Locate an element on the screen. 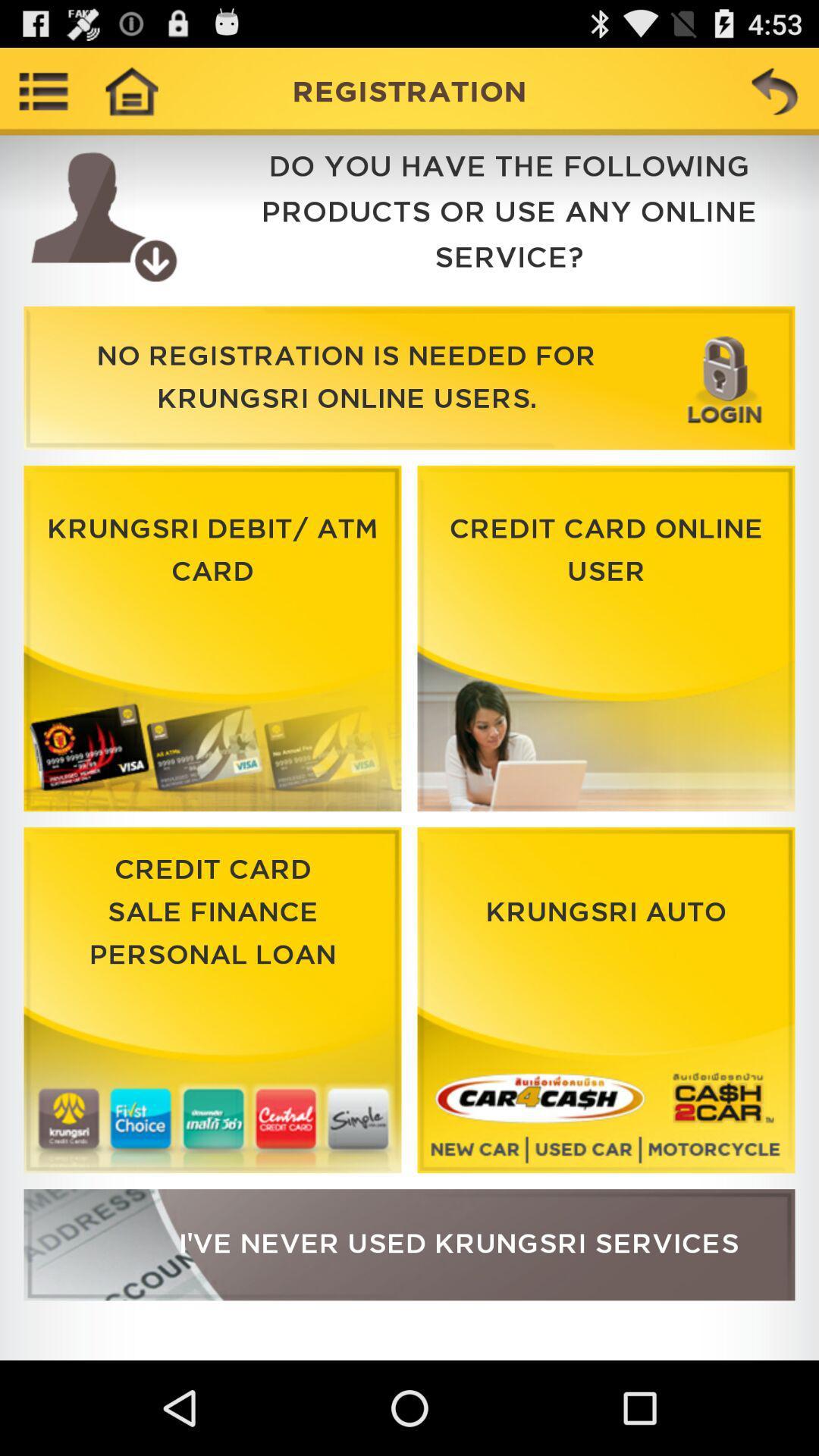  shows setting icon is located at coordinates (42, 90).